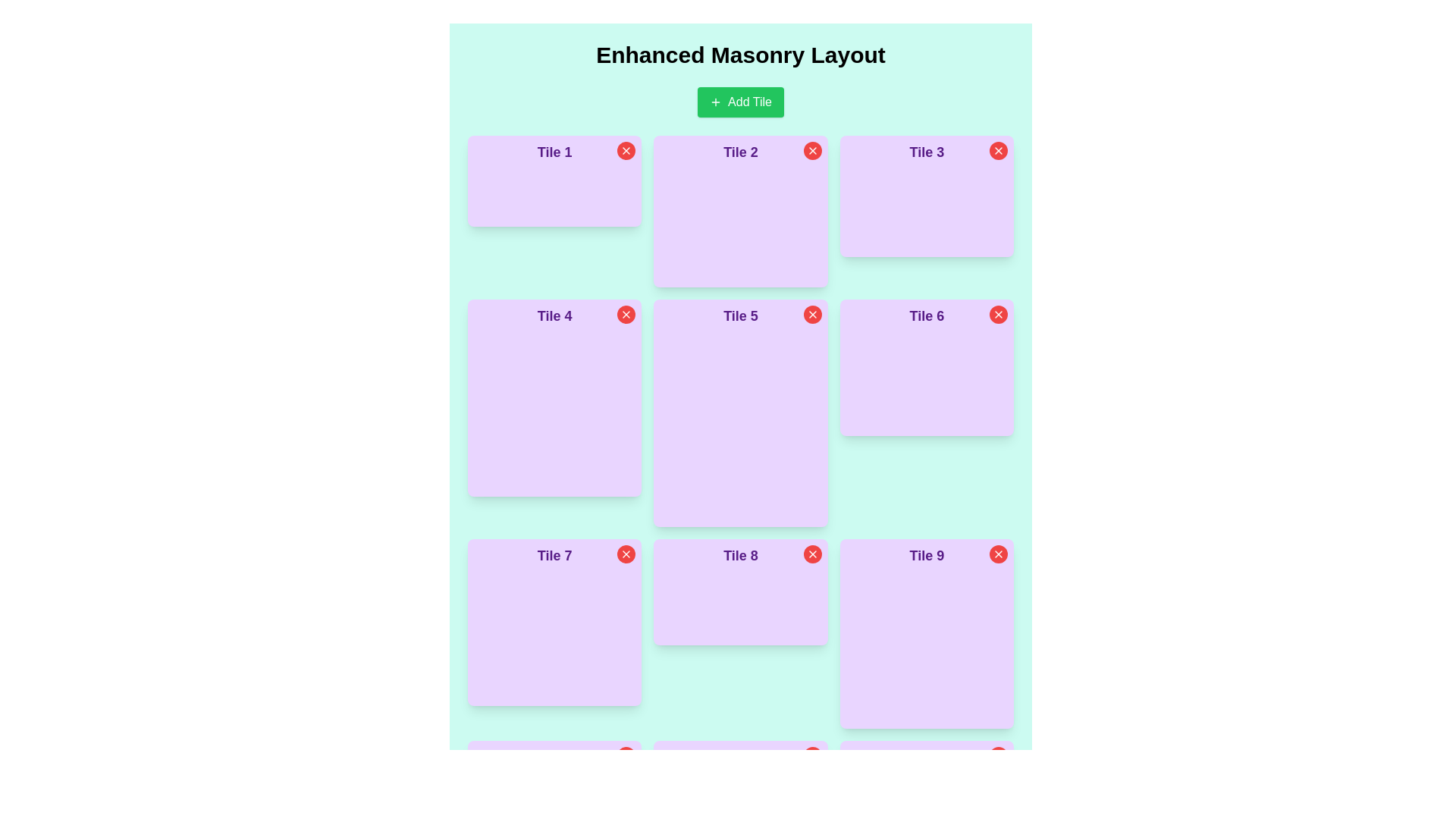  I want to click on the close button in the top-right corner of the tile labeled 'Tile 2', so click(811, 151).